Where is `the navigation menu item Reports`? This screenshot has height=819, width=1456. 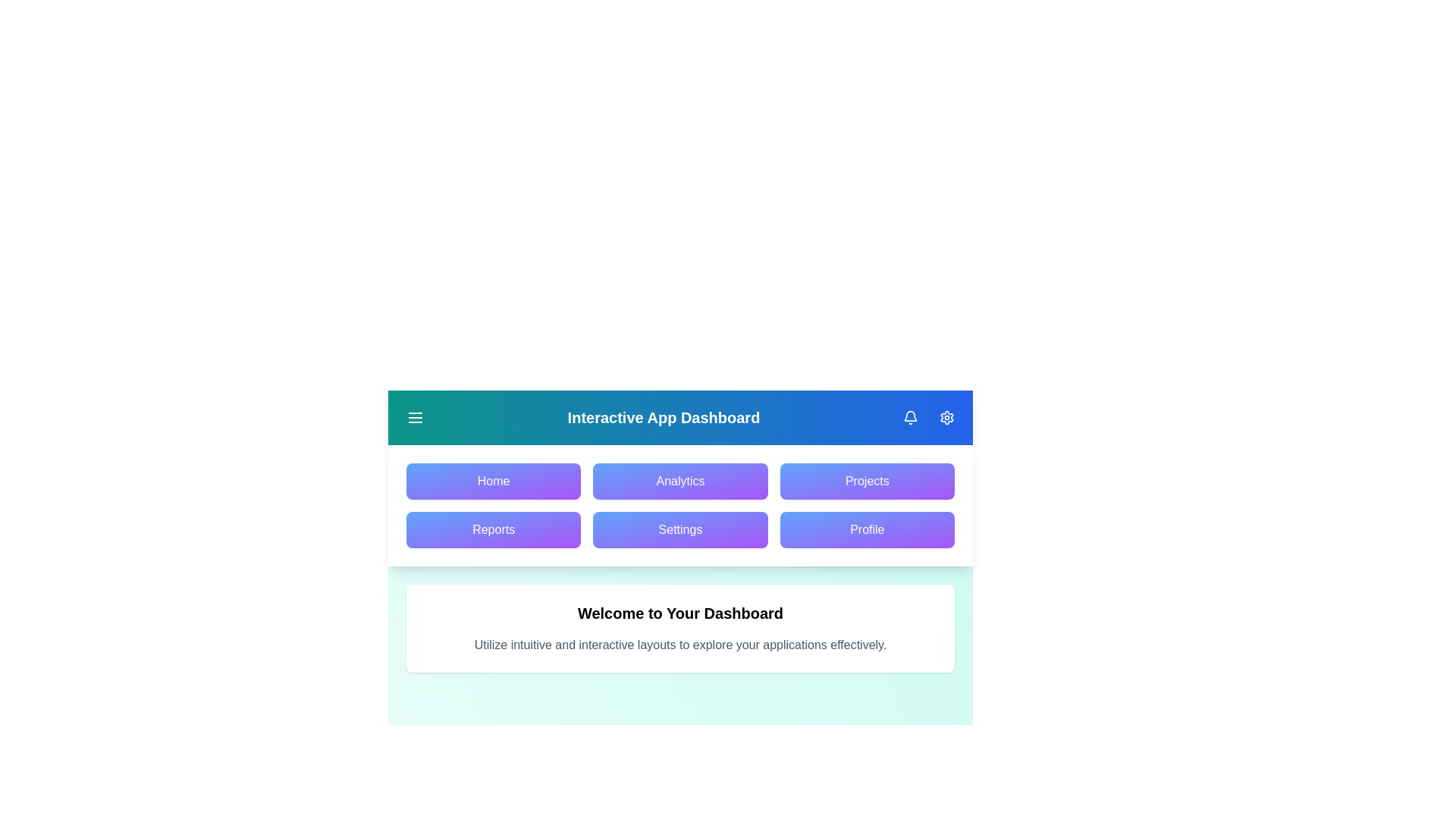
the navigation menu item Reports is located at coordinates (494, 529).